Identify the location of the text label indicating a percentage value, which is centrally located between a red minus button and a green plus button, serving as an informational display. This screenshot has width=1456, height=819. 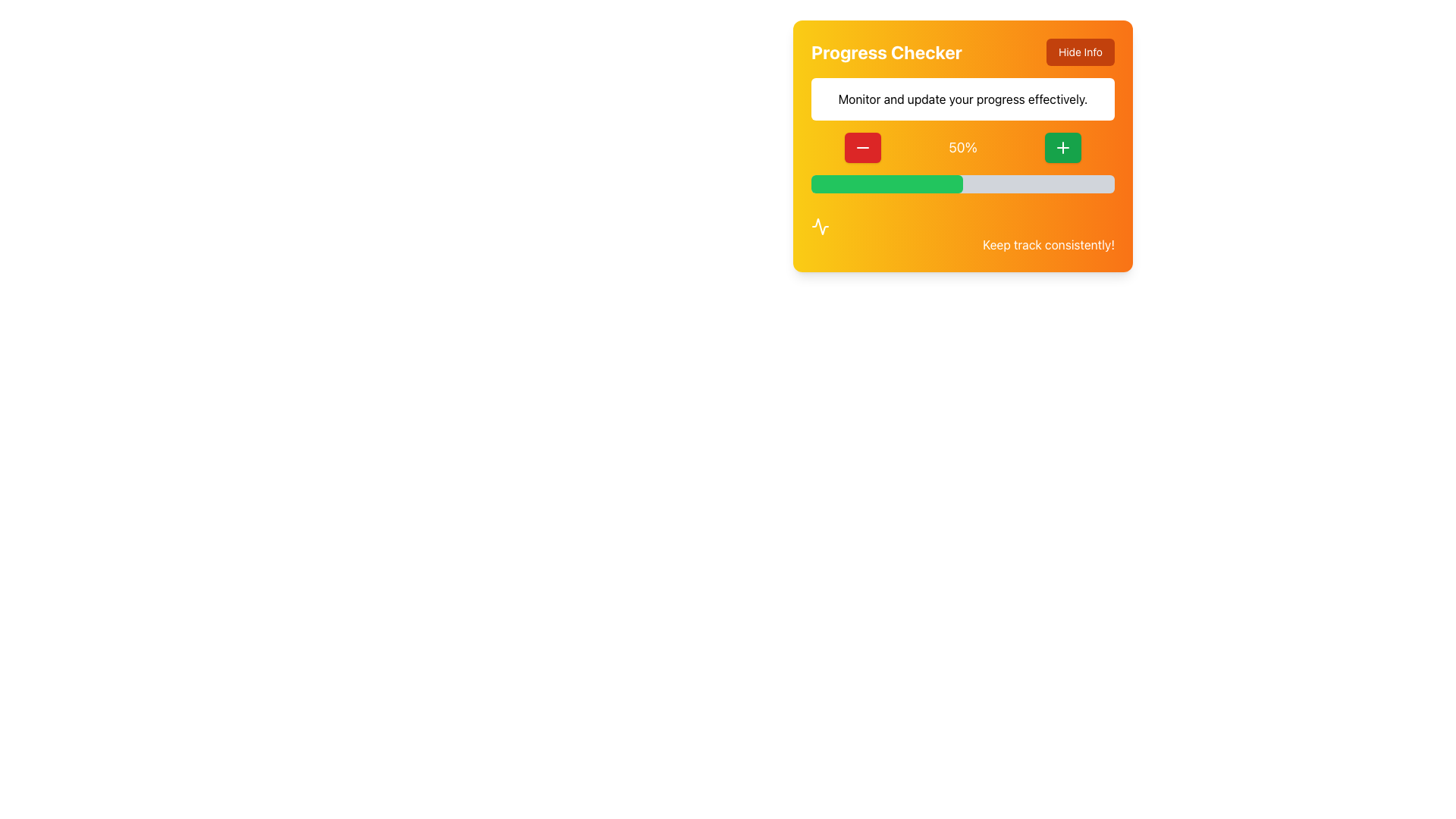
(962, 148).